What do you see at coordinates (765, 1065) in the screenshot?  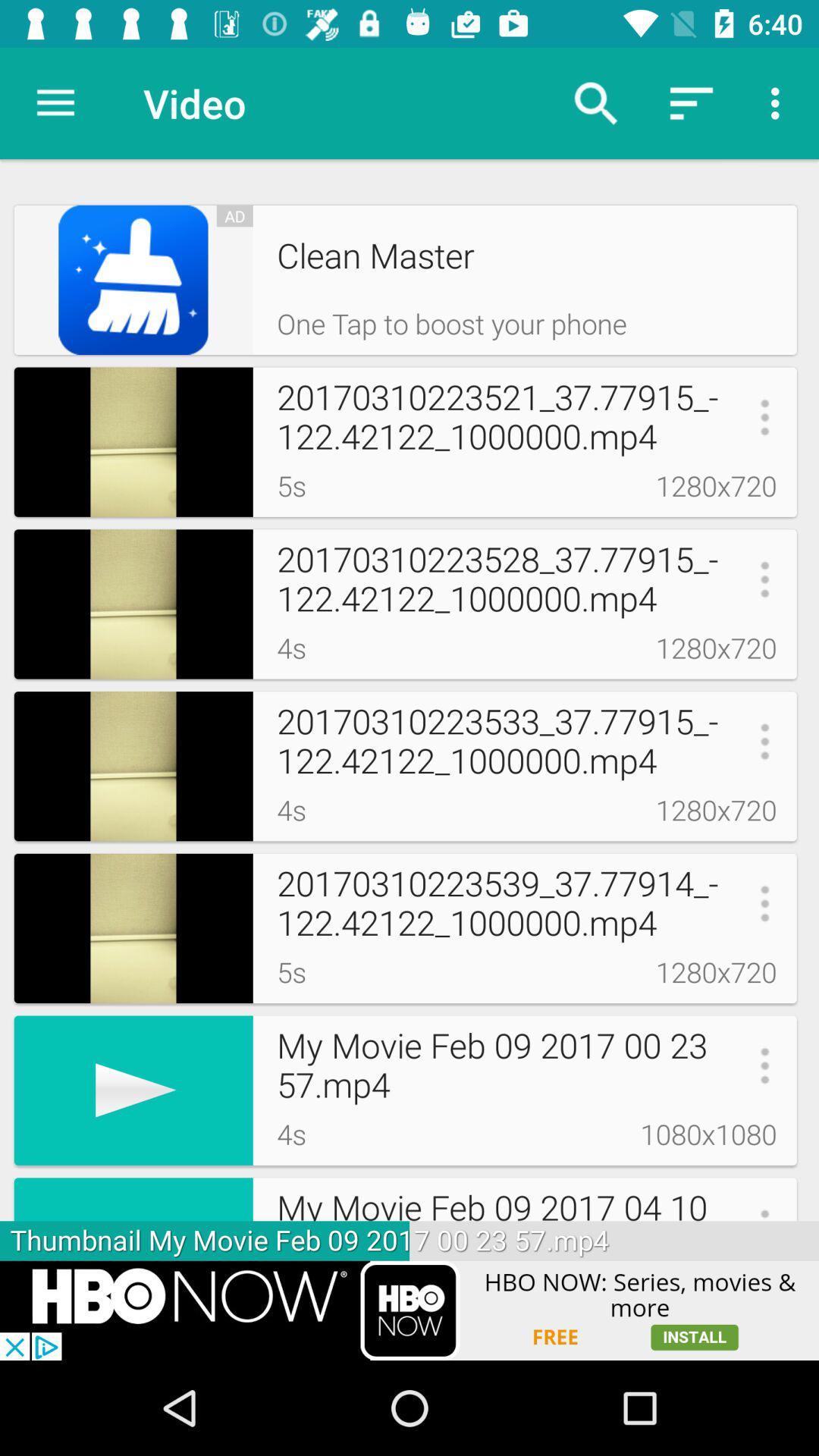 I see `3 dot icon beside 2357 mp4` at bounding box center [765, 1065].